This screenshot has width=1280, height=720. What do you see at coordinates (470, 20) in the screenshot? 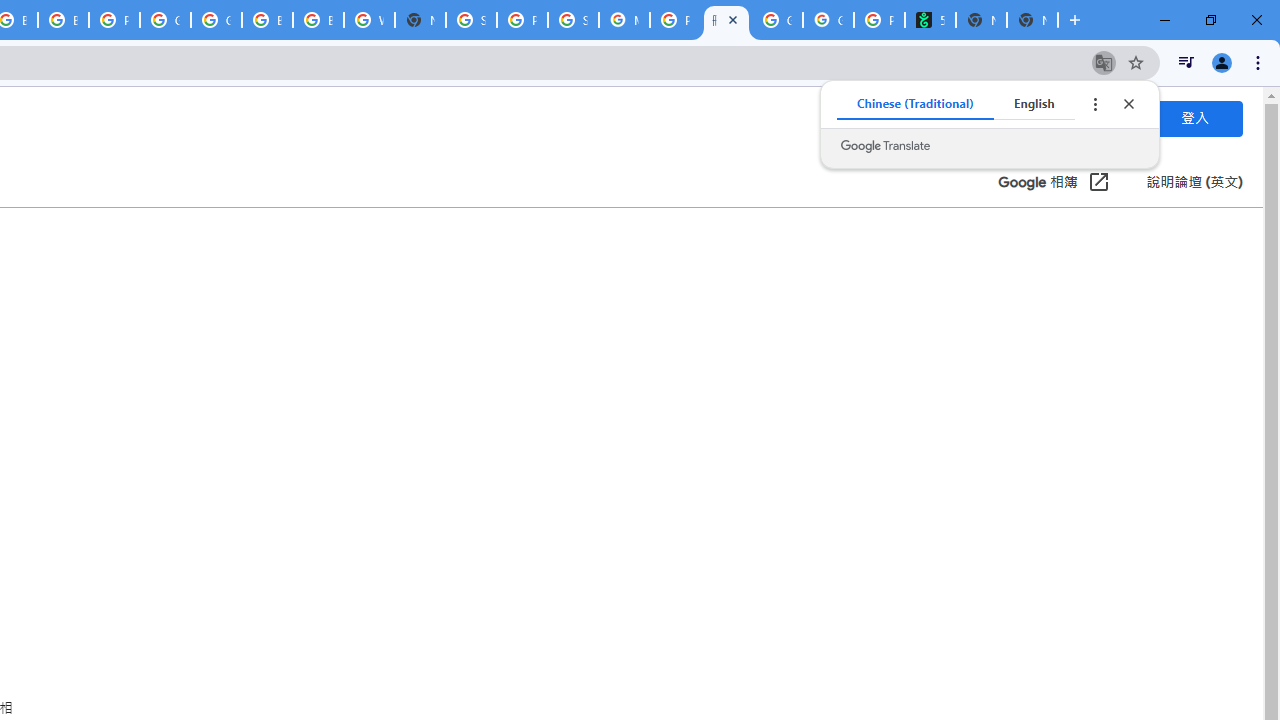
I see `'Sign in - Google Accounts'` at bounding box center [470, 20].